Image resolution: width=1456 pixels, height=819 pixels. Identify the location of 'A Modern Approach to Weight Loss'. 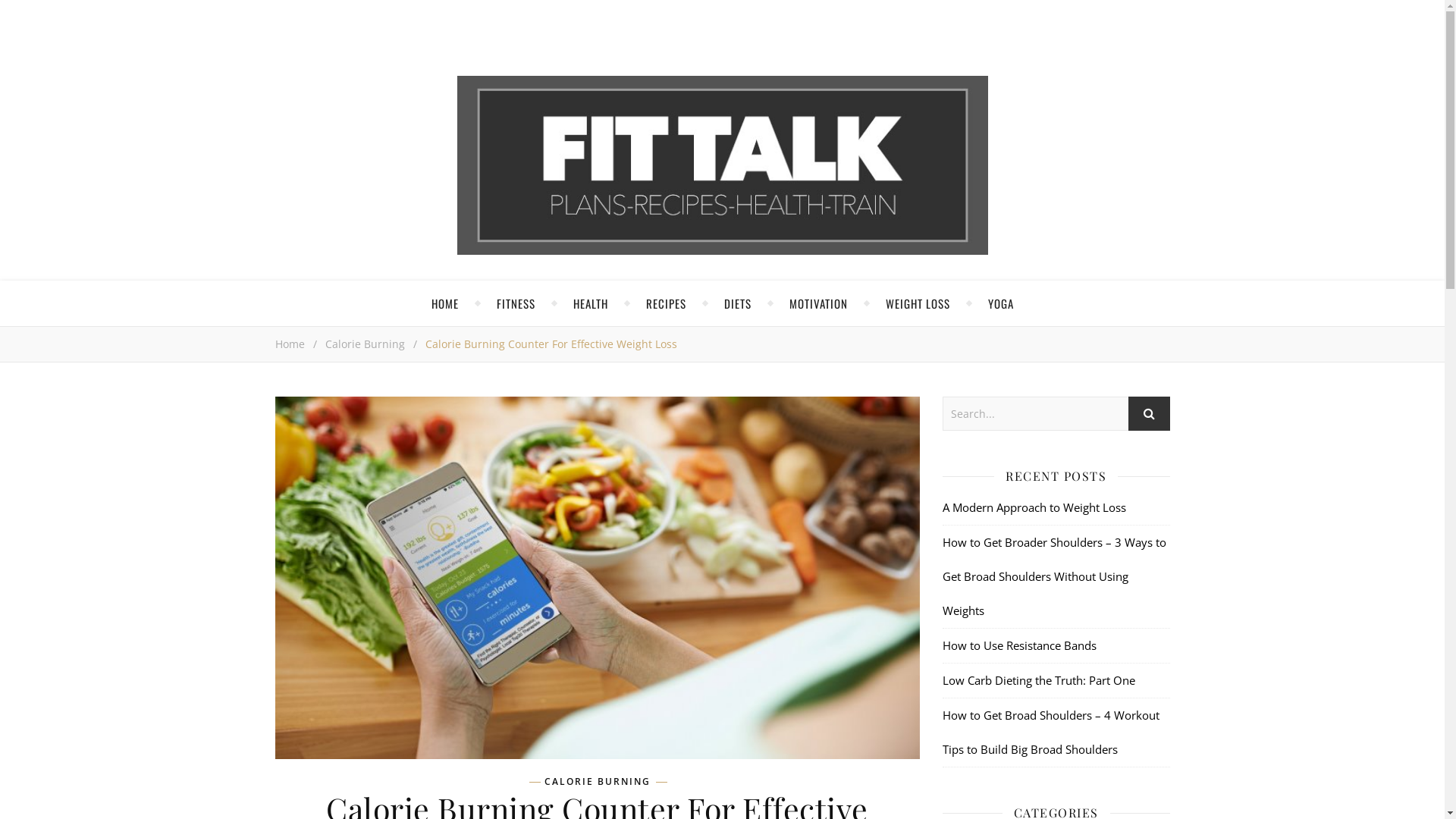
(1033, 507).